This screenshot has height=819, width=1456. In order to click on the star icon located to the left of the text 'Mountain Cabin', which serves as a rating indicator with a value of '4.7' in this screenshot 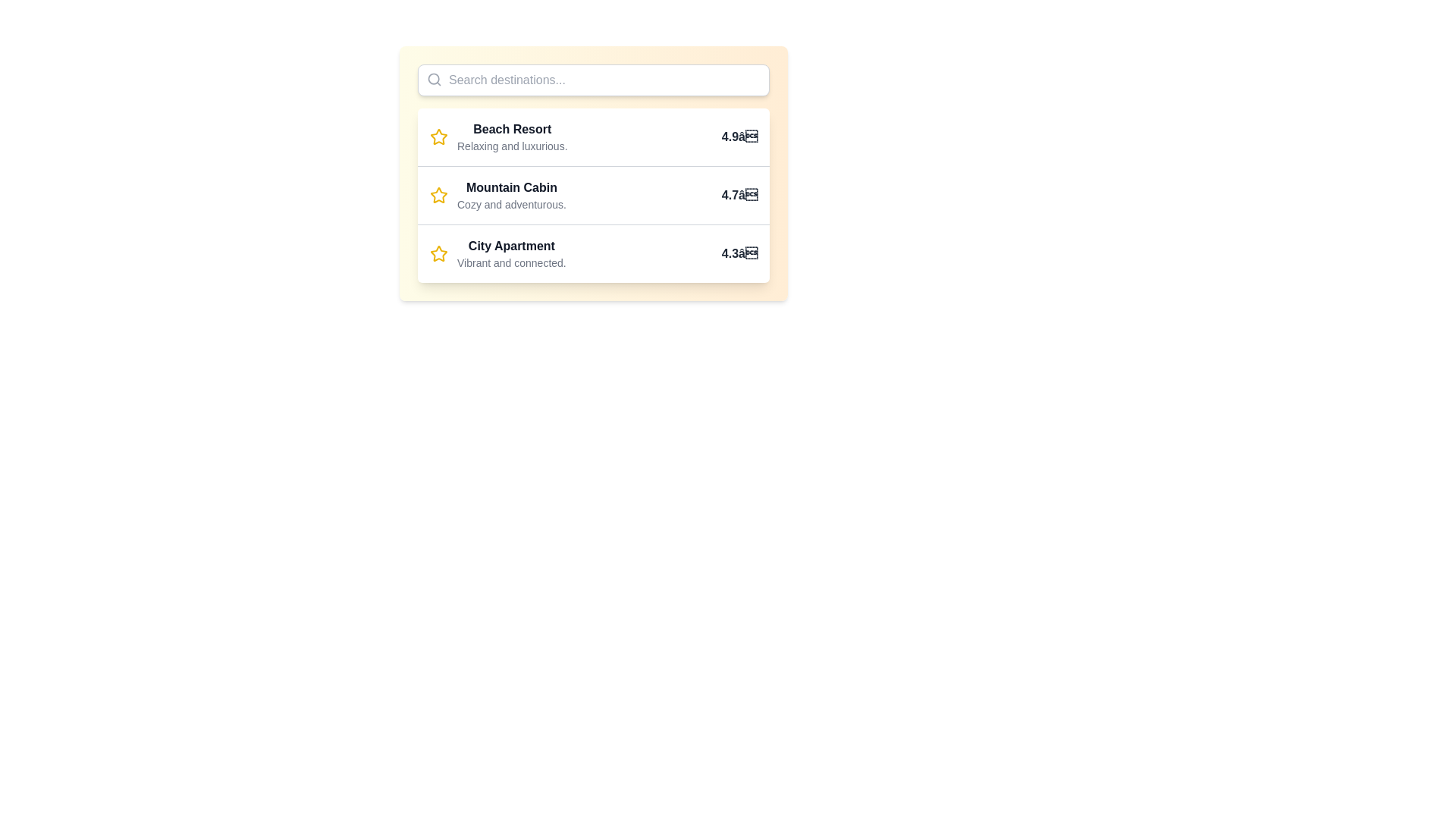, I will do `click(438, 195)`.